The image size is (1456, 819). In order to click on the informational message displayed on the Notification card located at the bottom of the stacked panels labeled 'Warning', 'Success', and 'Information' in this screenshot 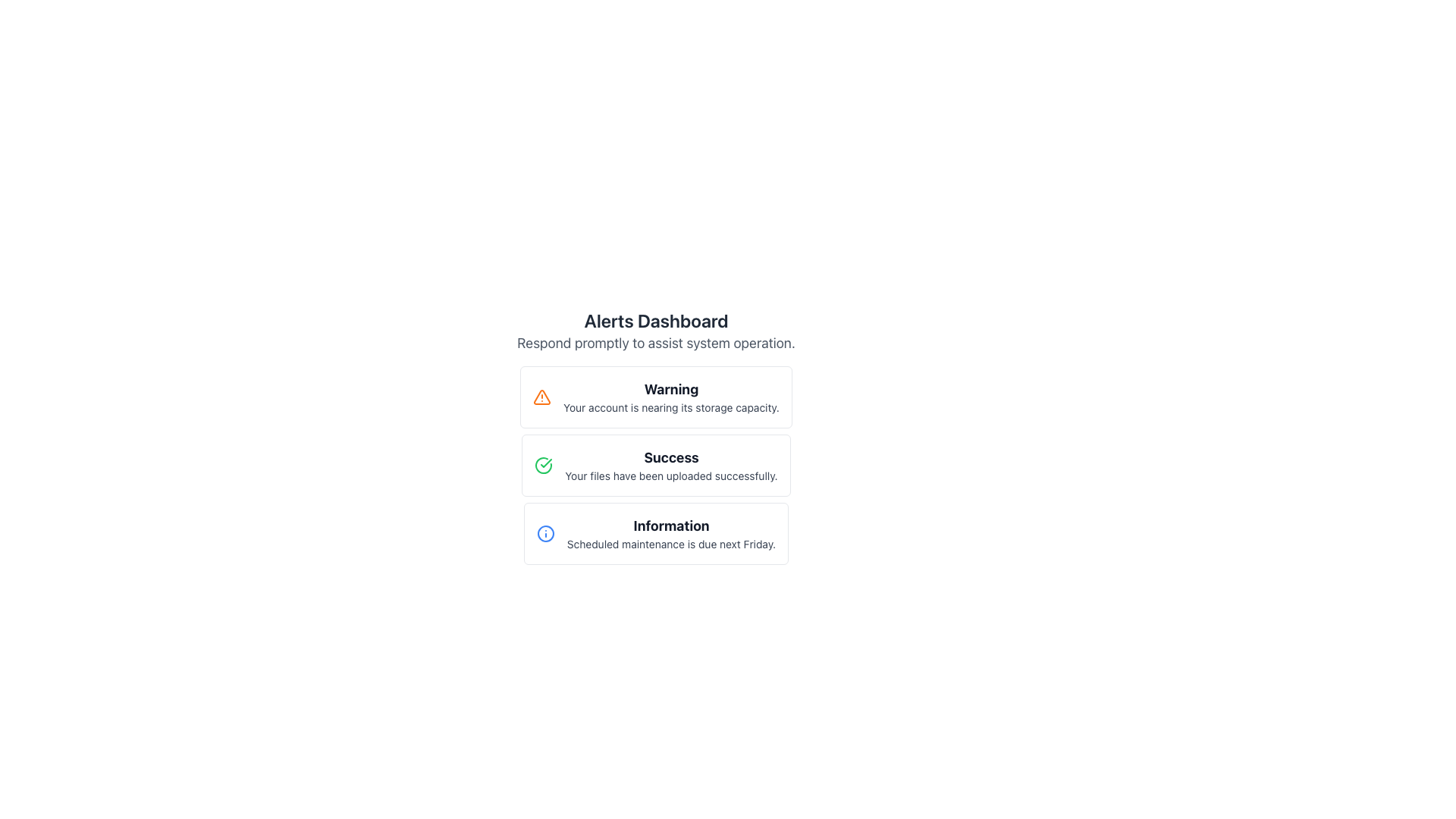, I will do `click(656, 533)`.